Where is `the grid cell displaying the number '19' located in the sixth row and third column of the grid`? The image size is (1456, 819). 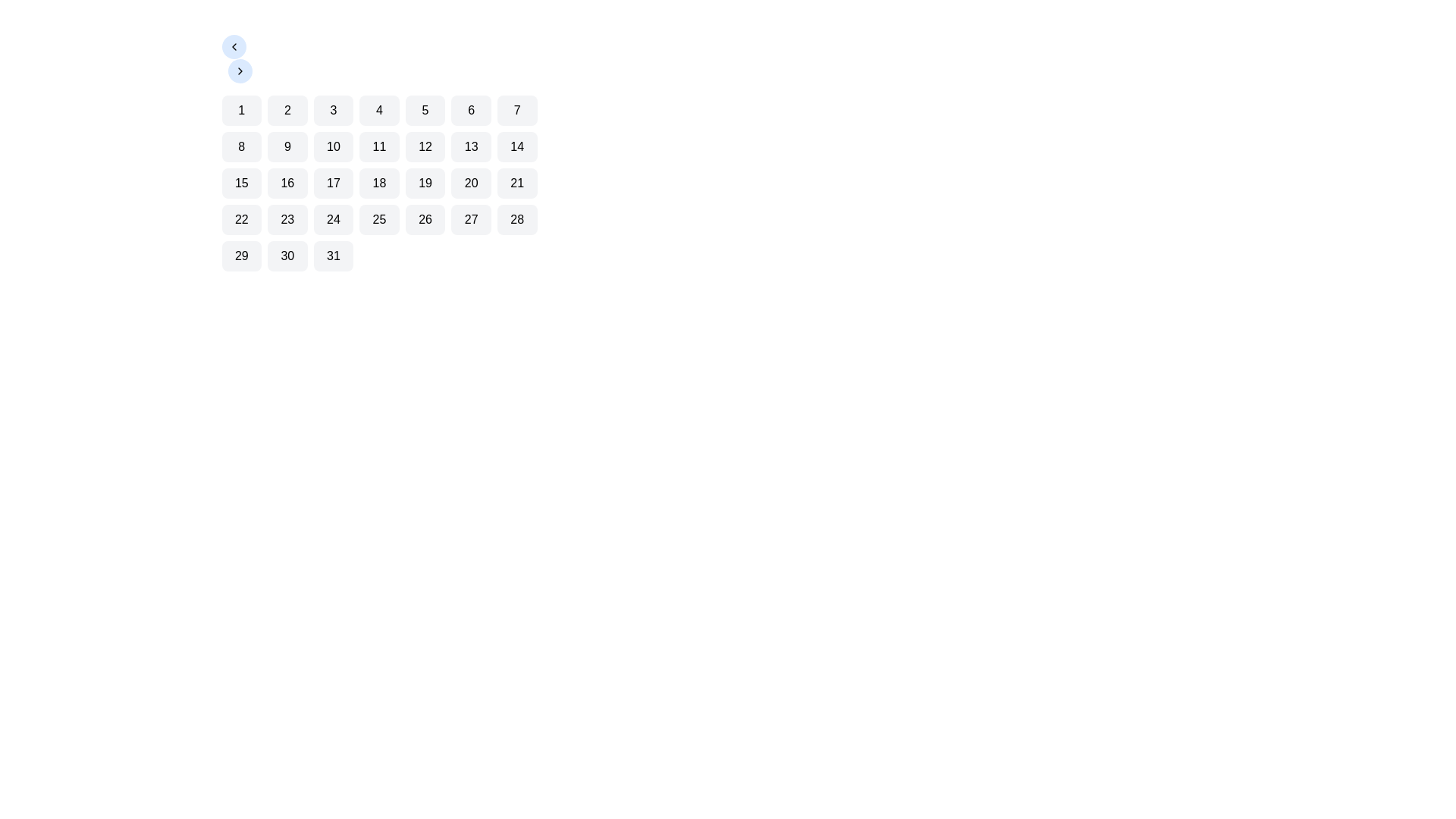
the grid cell displaying the number '19' located in the sixth row and third column of the grid is located at coordinates (425, 183).